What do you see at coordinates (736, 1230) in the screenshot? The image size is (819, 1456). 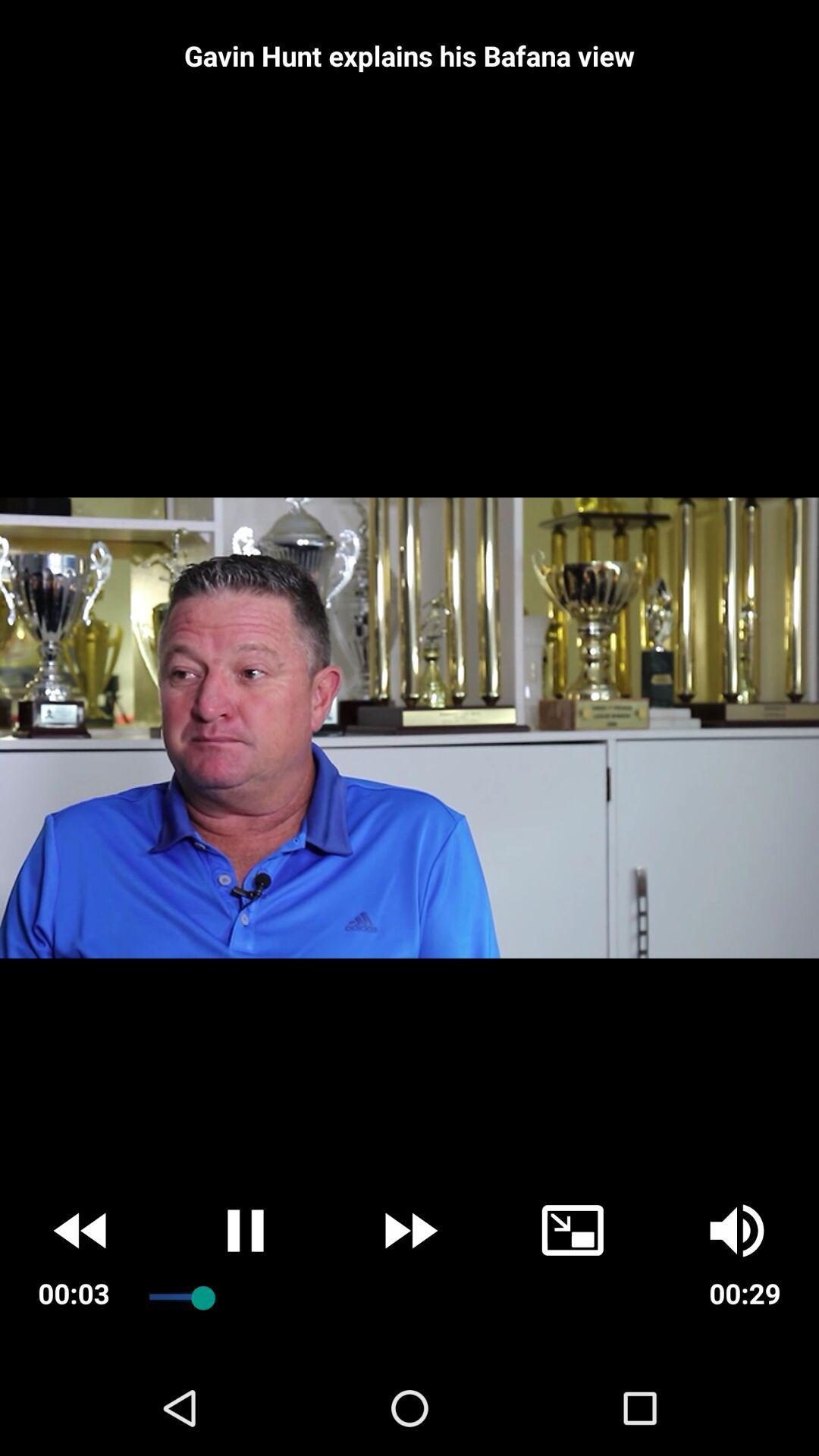 I see `the volume icon` at bounding box center [736, 1230].